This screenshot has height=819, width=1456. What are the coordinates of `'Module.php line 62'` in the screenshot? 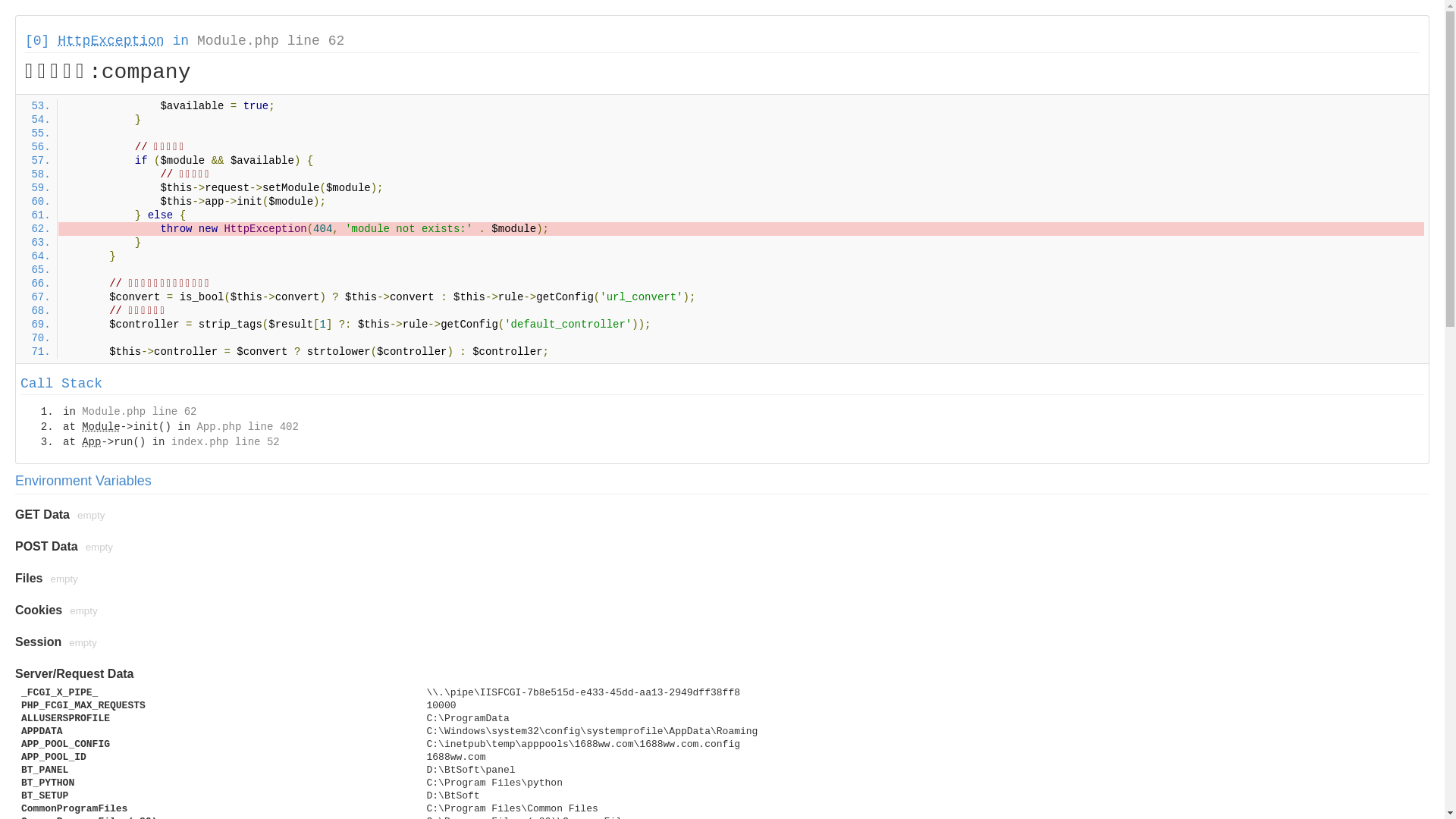 It's located at (139, 412).